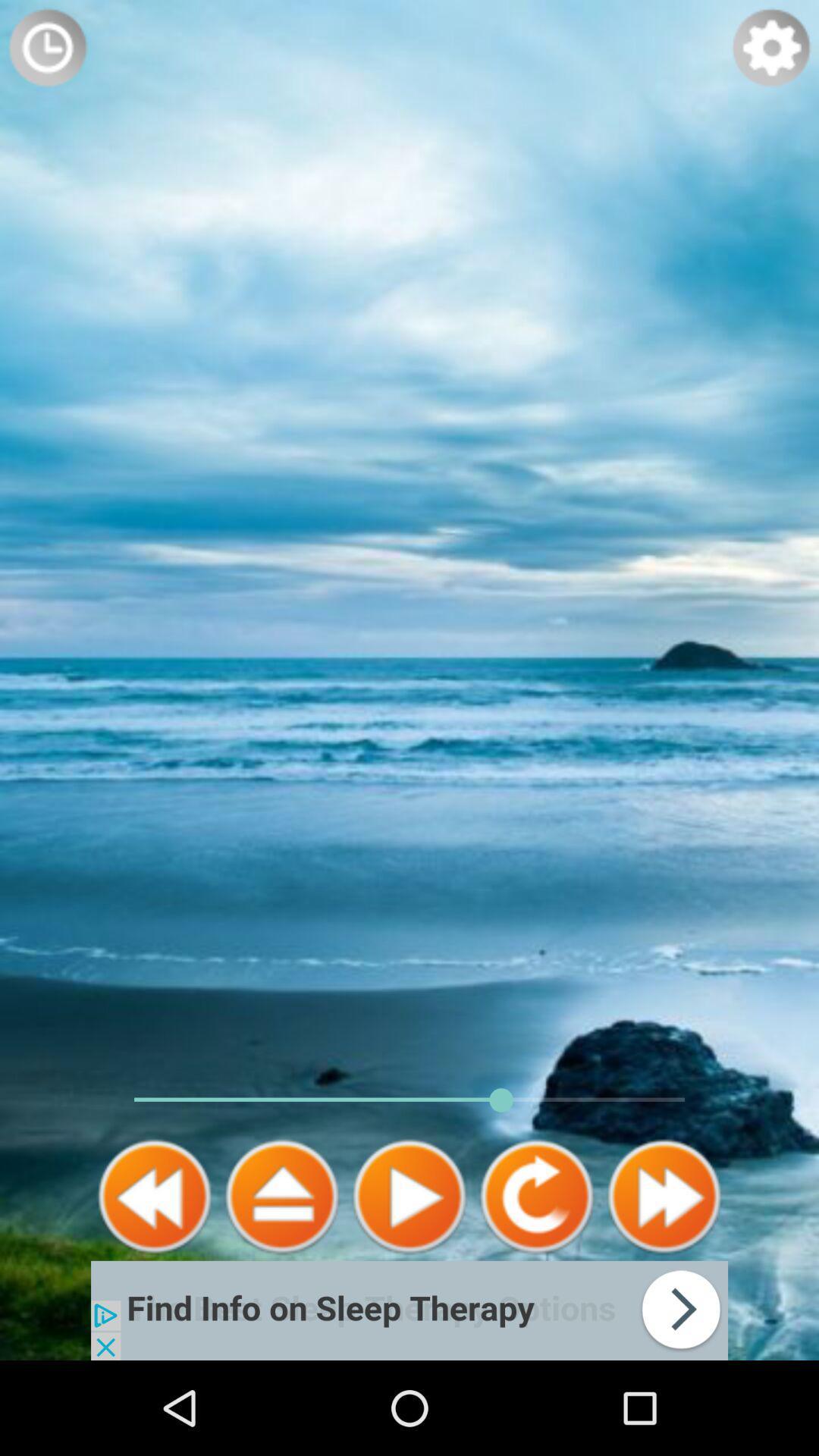  Describe the element at coordinates (536, 1196) in the screenshot. I see `again` at that location.